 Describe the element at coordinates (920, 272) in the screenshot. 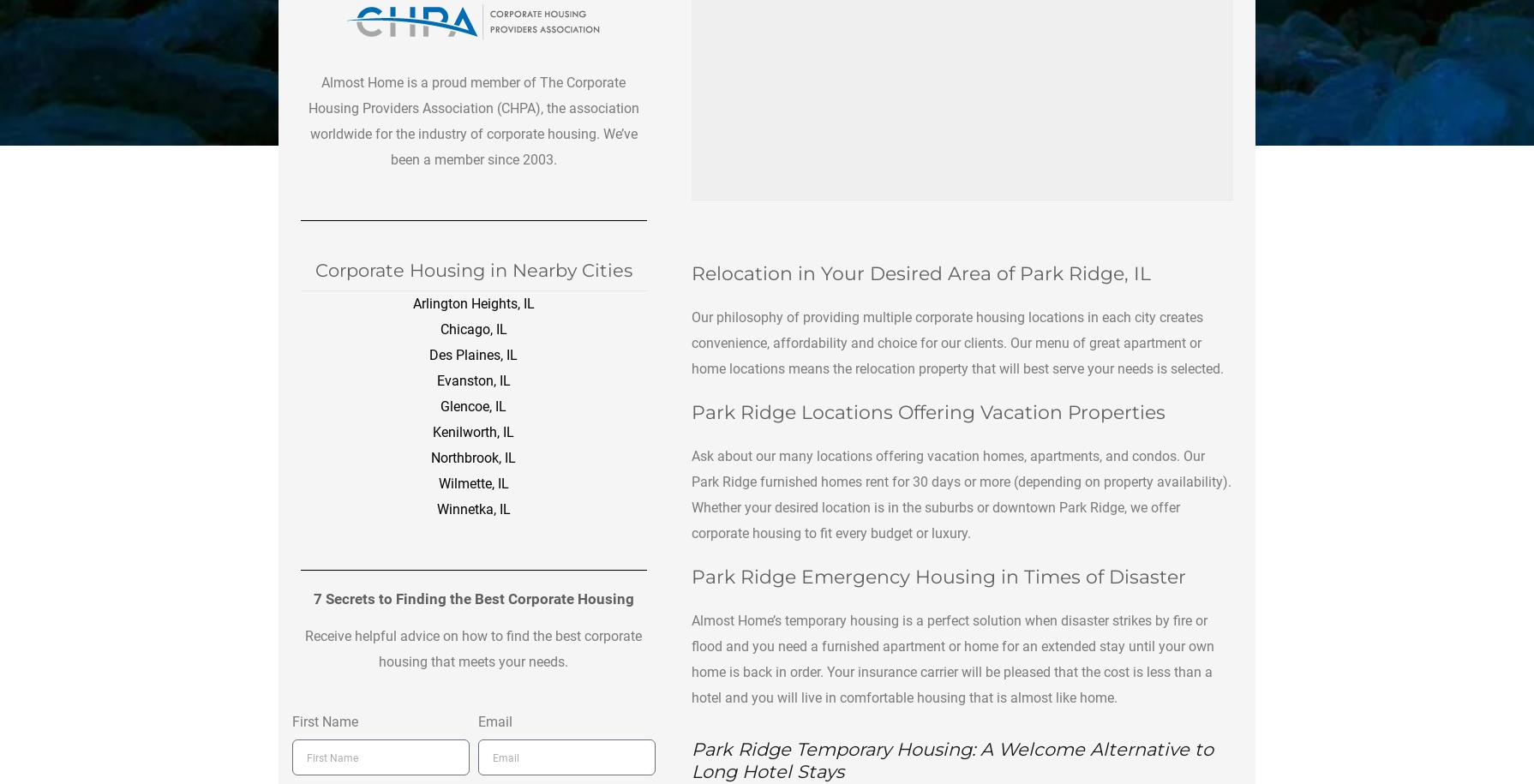

I see `'Relocation in Your Desired Area of Park Ridge, IL'` at that location.